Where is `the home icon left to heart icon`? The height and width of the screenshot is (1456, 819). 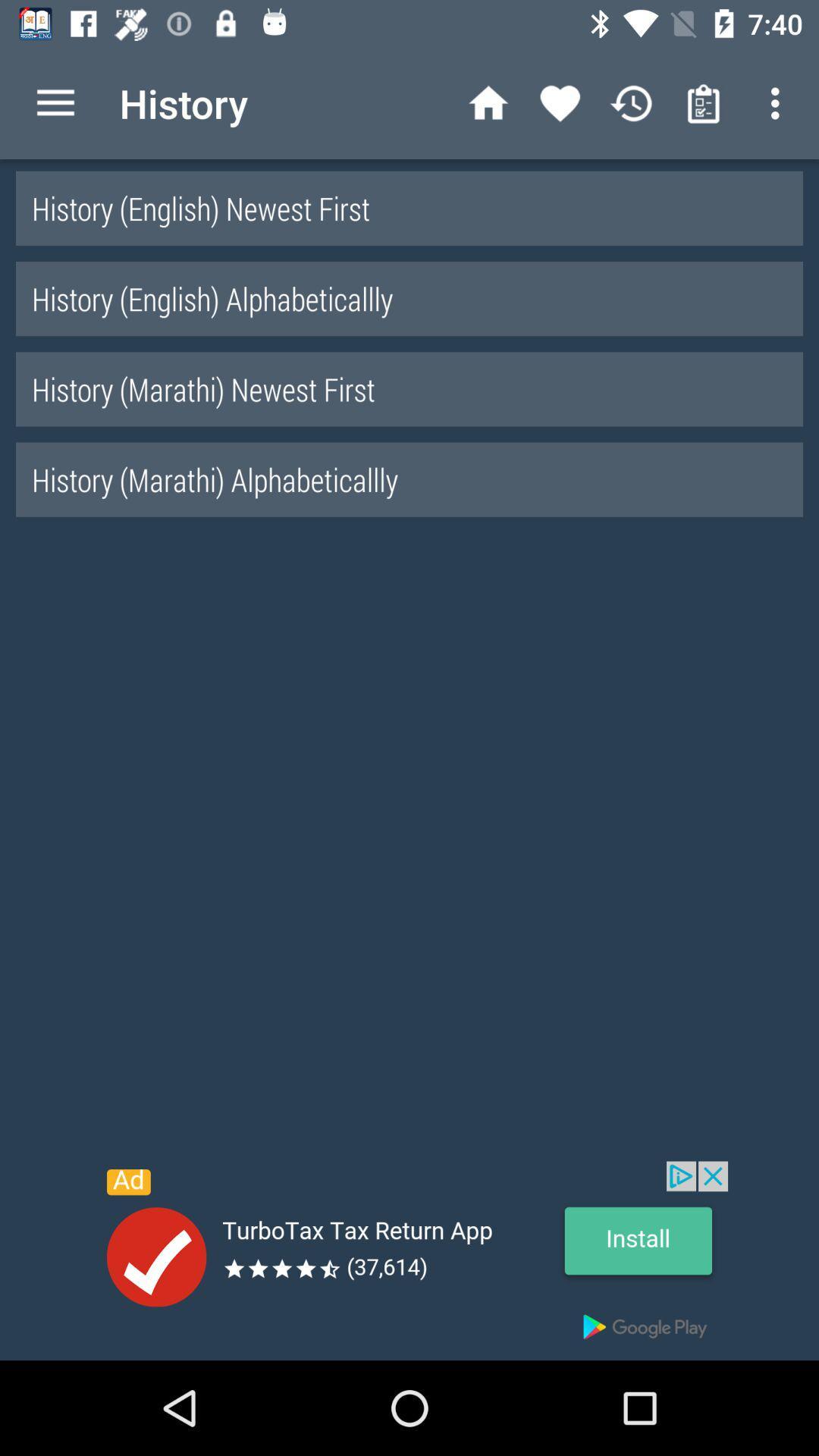
the home icon left to heart icon is located at coordinates (488, 103).